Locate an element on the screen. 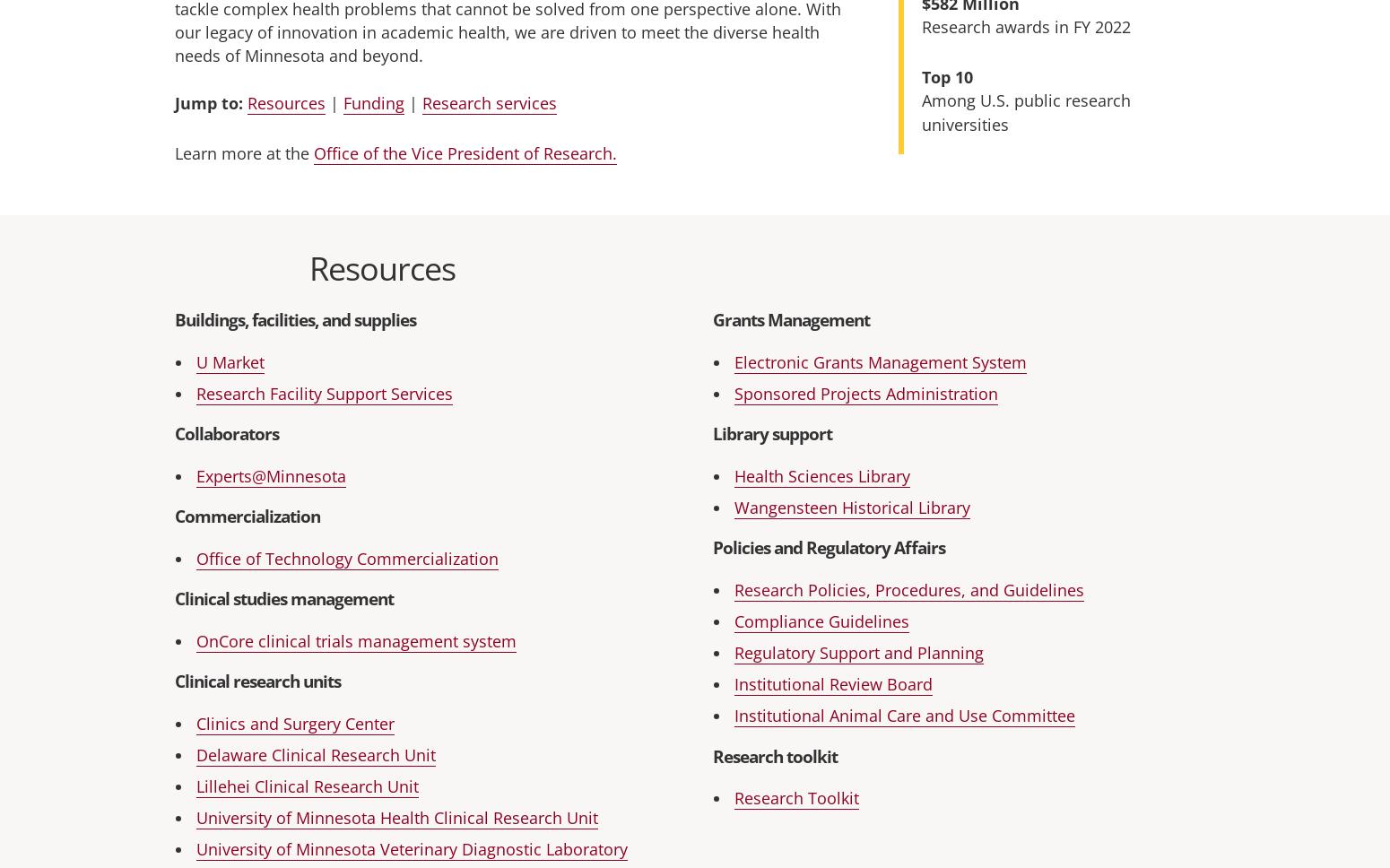 The height and width of the screenshot is (868, 1390). 'Policies and Regulatory Affairs' is located at coordinates (828, 547).